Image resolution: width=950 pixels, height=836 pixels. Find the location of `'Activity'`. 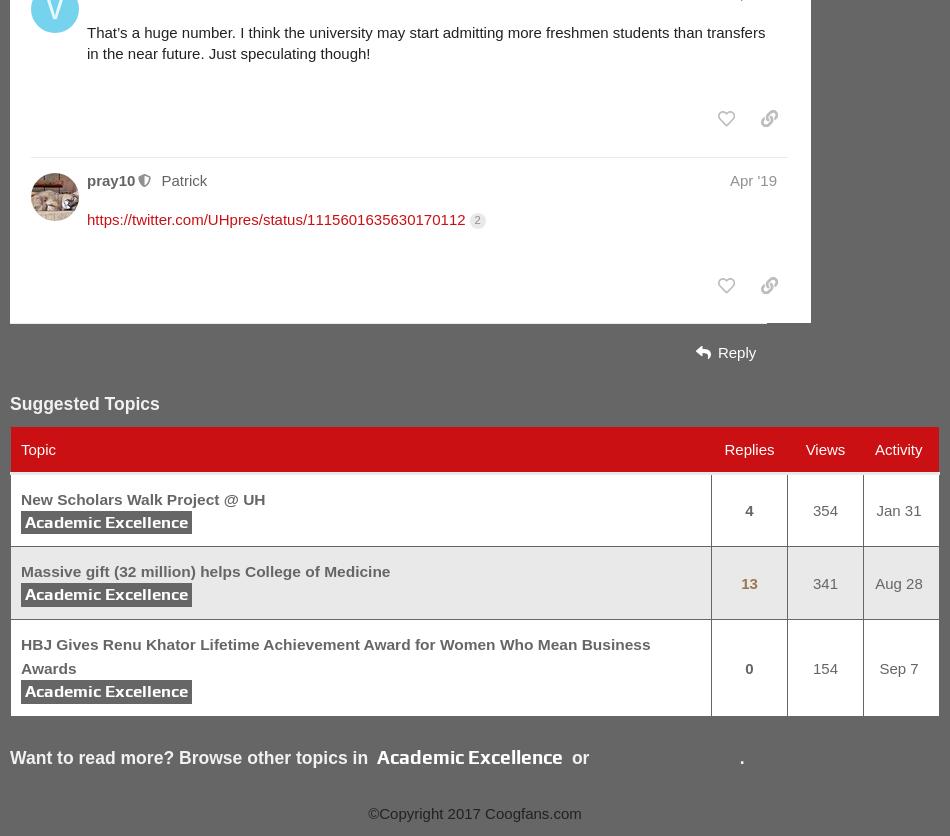

'Activity' is located at coordinates (897, 448).